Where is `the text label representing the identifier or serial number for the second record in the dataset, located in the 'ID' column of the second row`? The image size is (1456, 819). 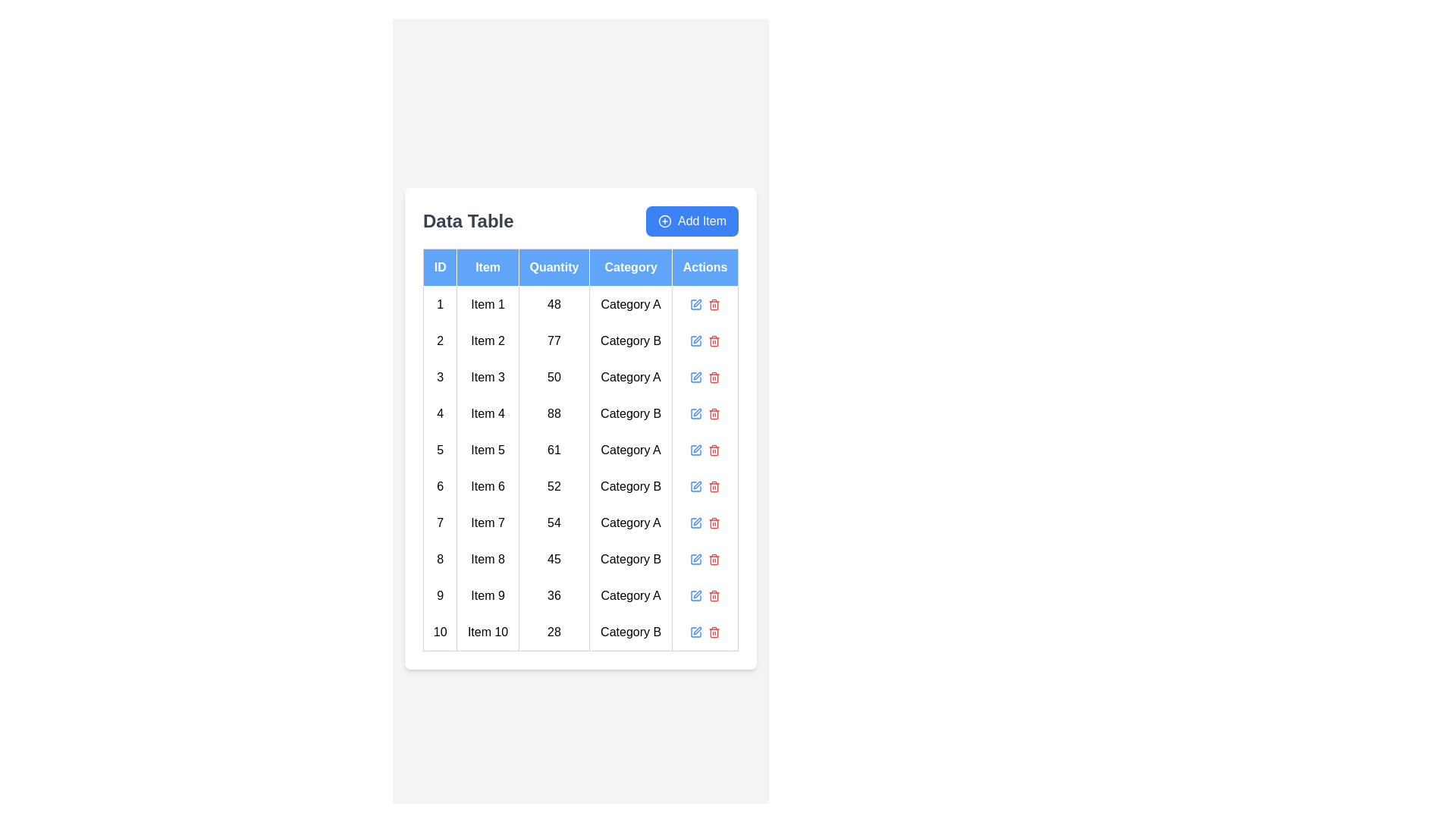 the text label representing the identifier or serial number for the second record in the dataset, located in the 'ID' column of the second row is located at coordinates (439, 340).